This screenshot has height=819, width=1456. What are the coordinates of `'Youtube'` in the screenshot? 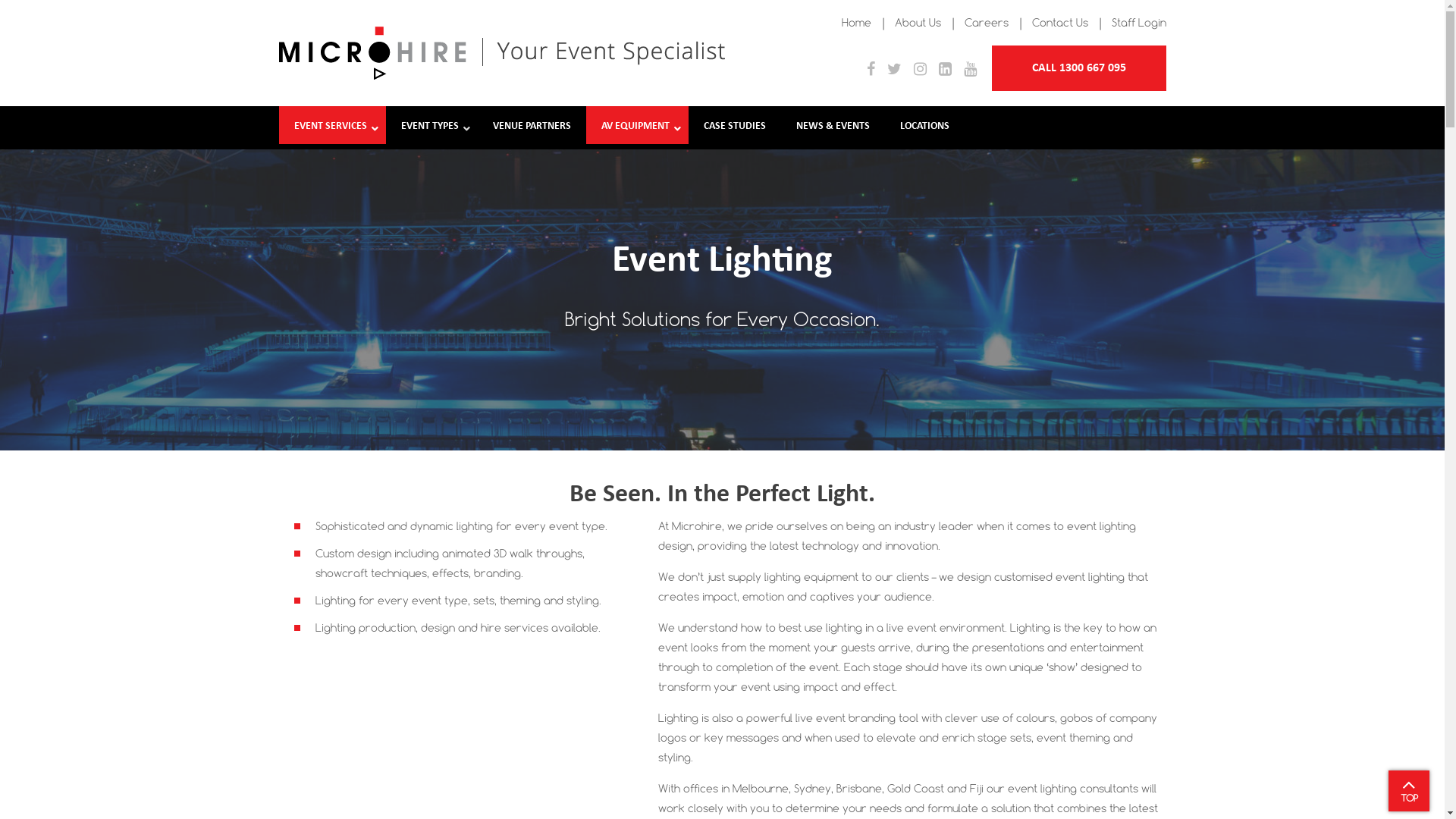 It's located at (968, 70).